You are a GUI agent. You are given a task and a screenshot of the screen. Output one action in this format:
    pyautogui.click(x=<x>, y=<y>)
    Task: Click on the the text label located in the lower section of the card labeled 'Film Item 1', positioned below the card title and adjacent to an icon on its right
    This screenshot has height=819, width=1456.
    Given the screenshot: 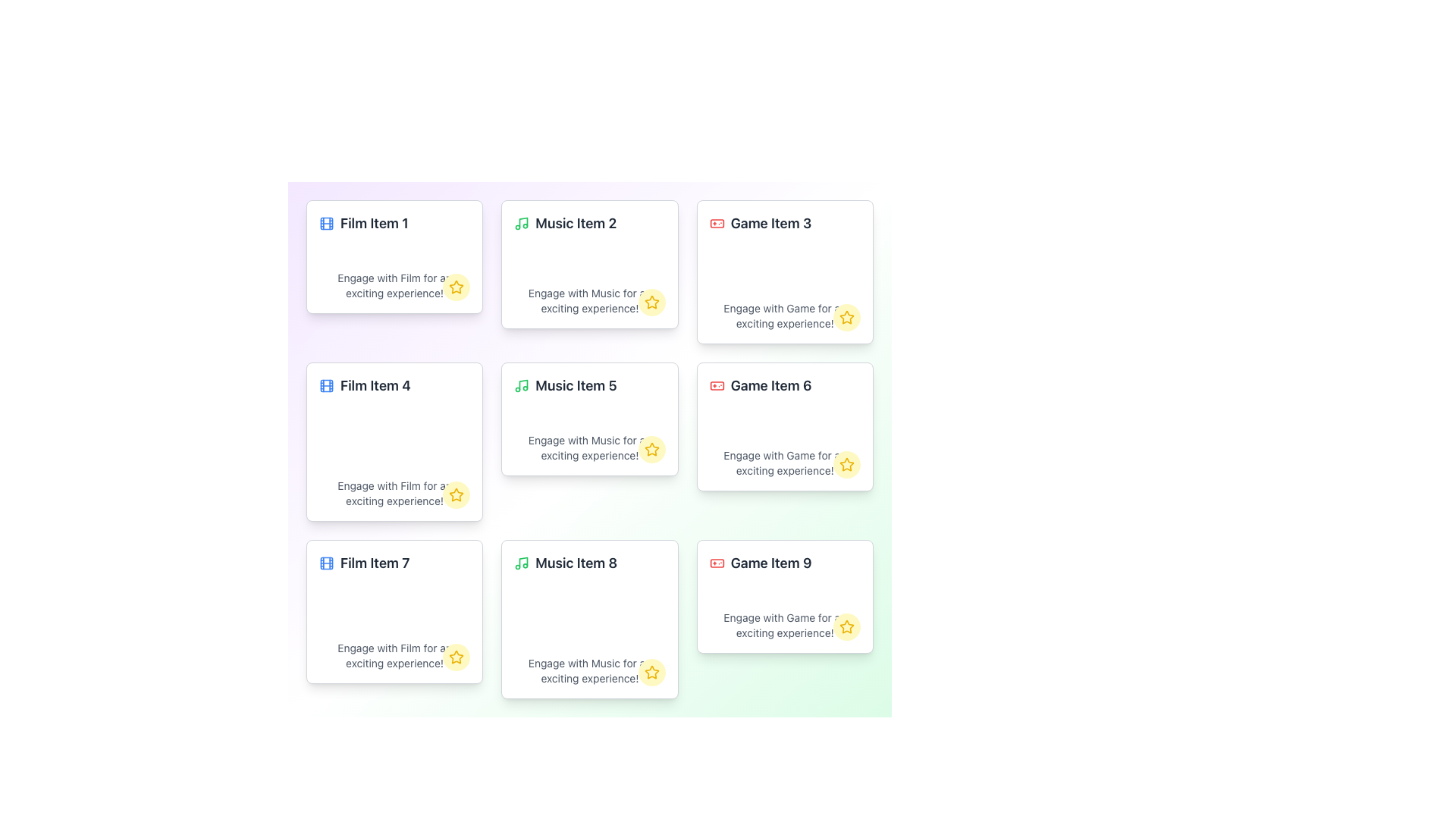 What is the action you would take?
    pyautogui.click(x=394, y=286)
    